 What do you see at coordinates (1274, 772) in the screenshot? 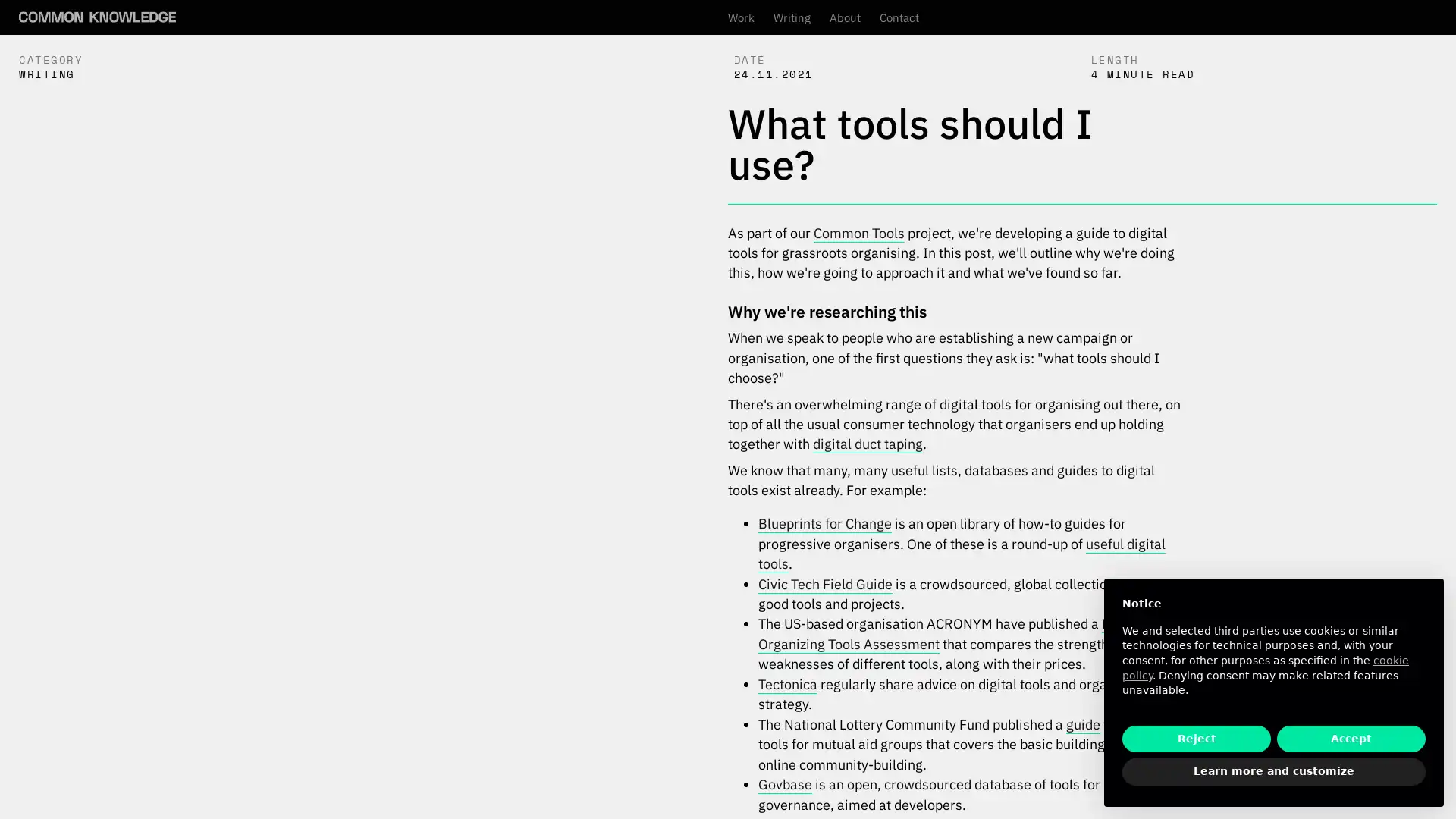
I see `Learn more and customize` at bounding box center [1274, 772].